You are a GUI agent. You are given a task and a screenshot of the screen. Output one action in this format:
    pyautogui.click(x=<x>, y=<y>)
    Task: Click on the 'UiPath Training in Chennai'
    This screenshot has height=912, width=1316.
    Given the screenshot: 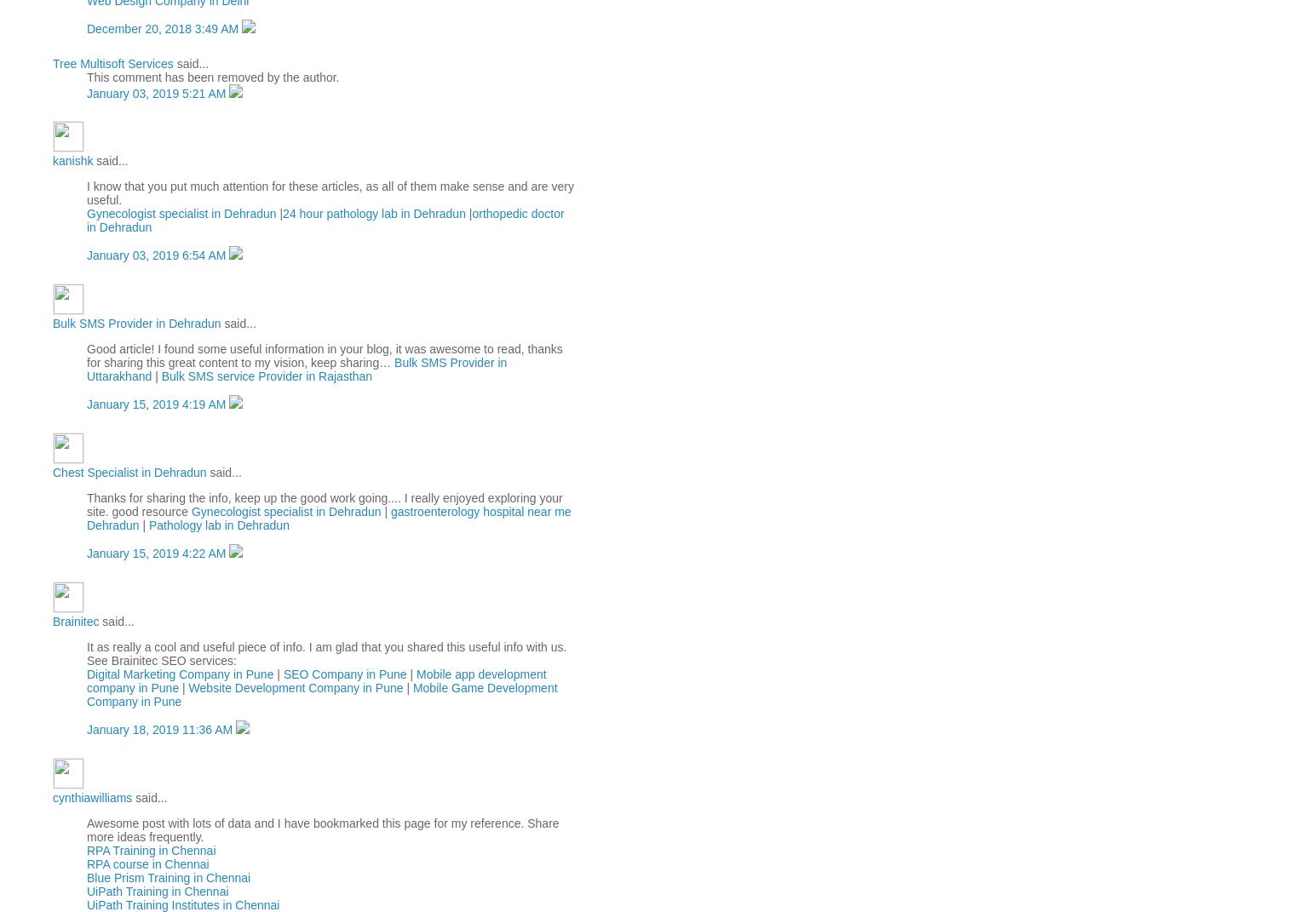 What is the action you would take?
    pyautogui.click(x=85, y=891)
    